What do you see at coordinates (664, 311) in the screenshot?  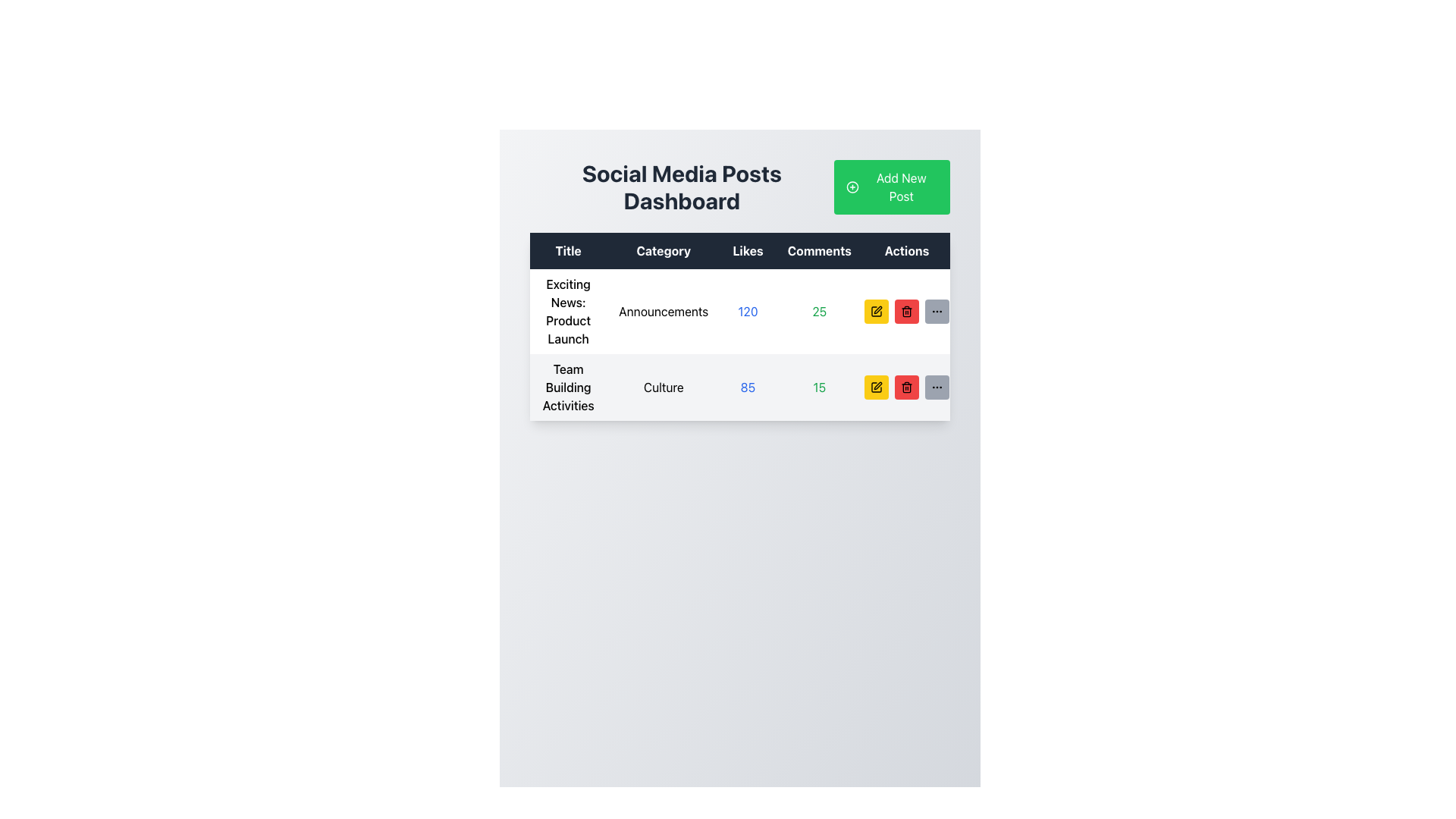 I see `the static text label displaying 'Announcements' in the second column of the table grid, which is positioned under the 'Category' header` at bounding box center [664, 311].